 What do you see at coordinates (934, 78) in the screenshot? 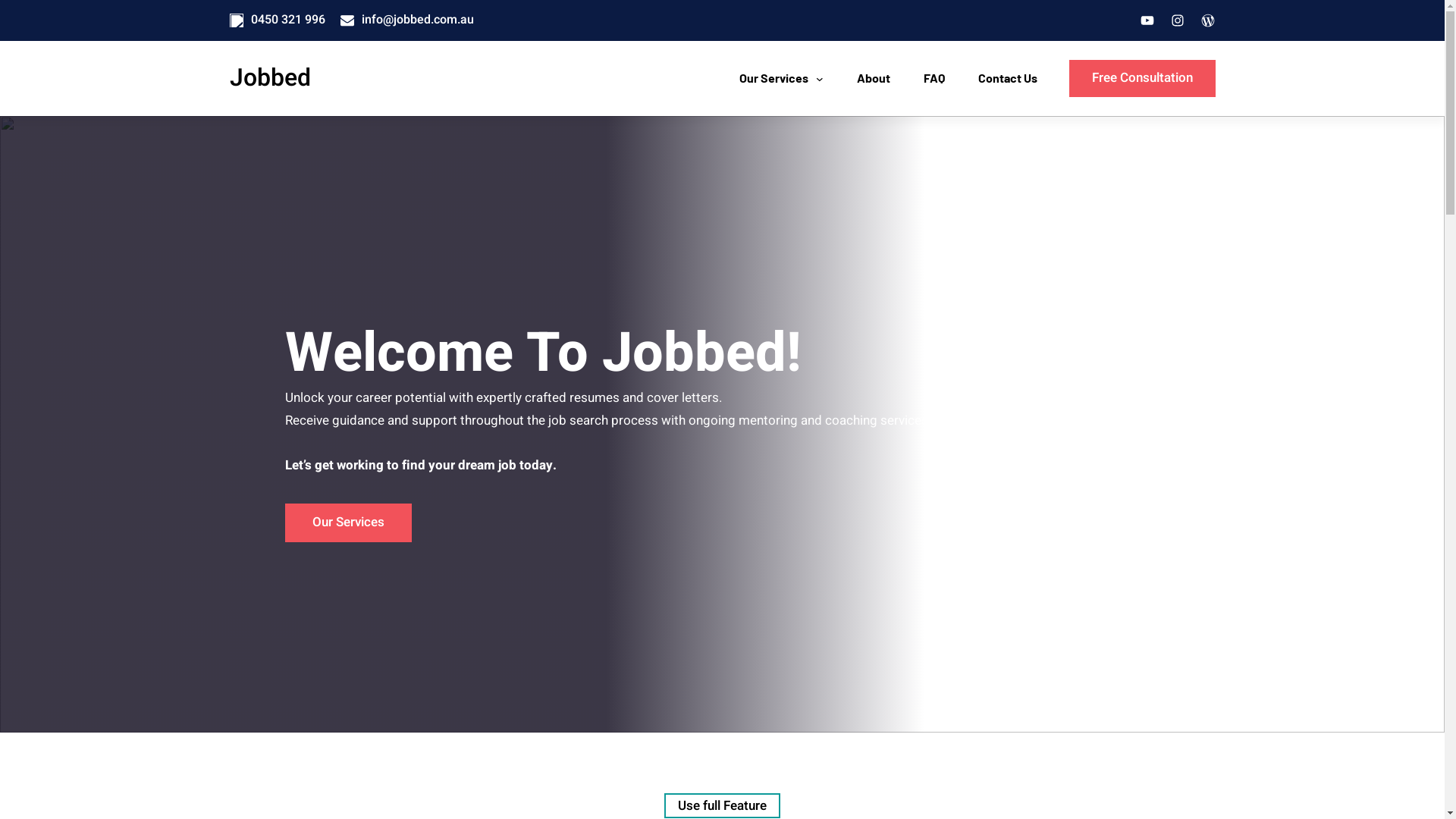
I see `'FAQ'` at bounding box center [934, 78].